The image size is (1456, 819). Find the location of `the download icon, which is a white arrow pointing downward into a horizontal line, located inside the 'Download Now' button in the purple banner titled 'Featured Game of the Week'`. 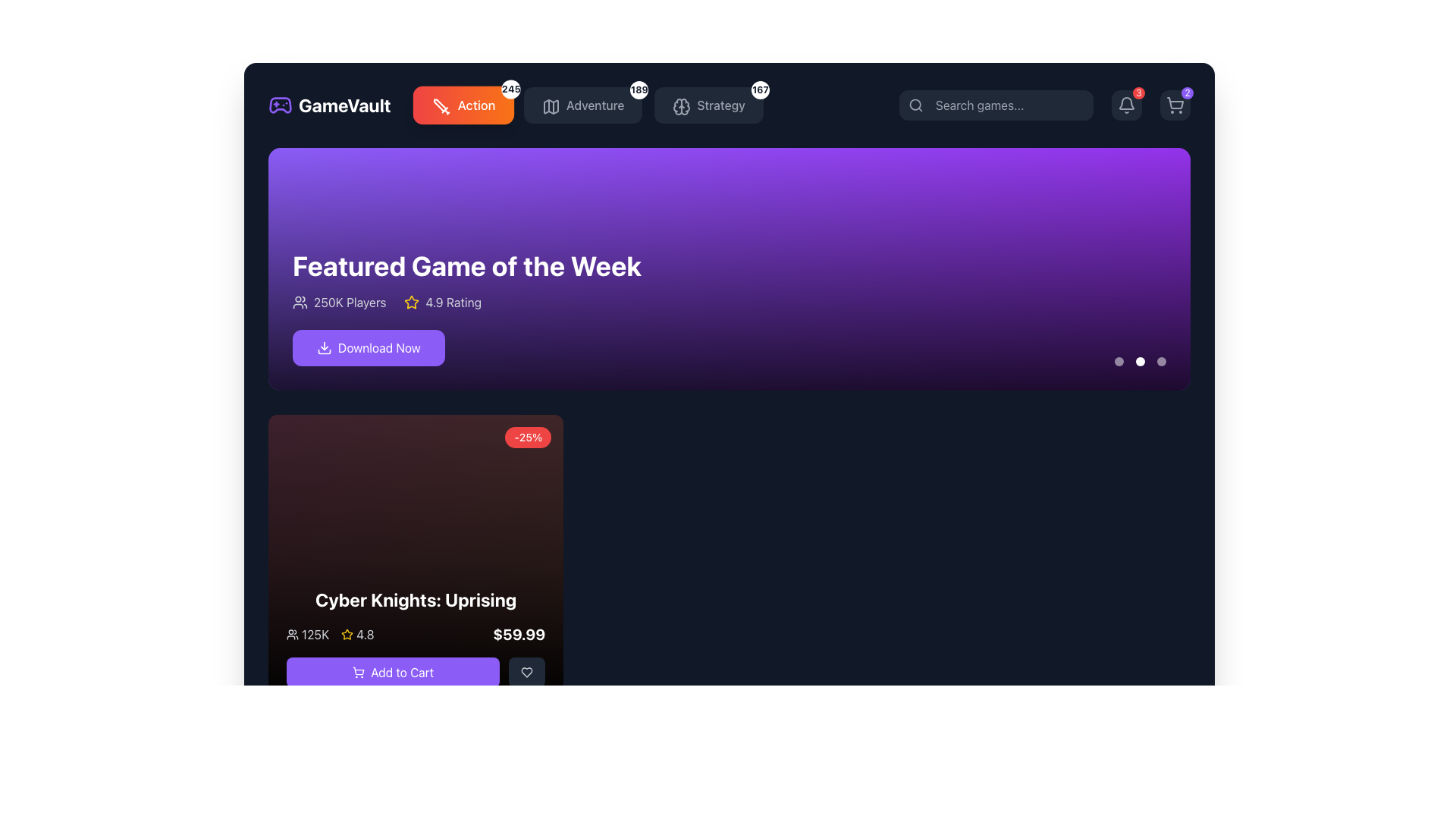

the download icon, which is a white arrow pointing downward into a horizontal line, located inside the 'Download Now' button in the purple banner titled 'Featured Game of the Week' is located at coordinates (323, 348).